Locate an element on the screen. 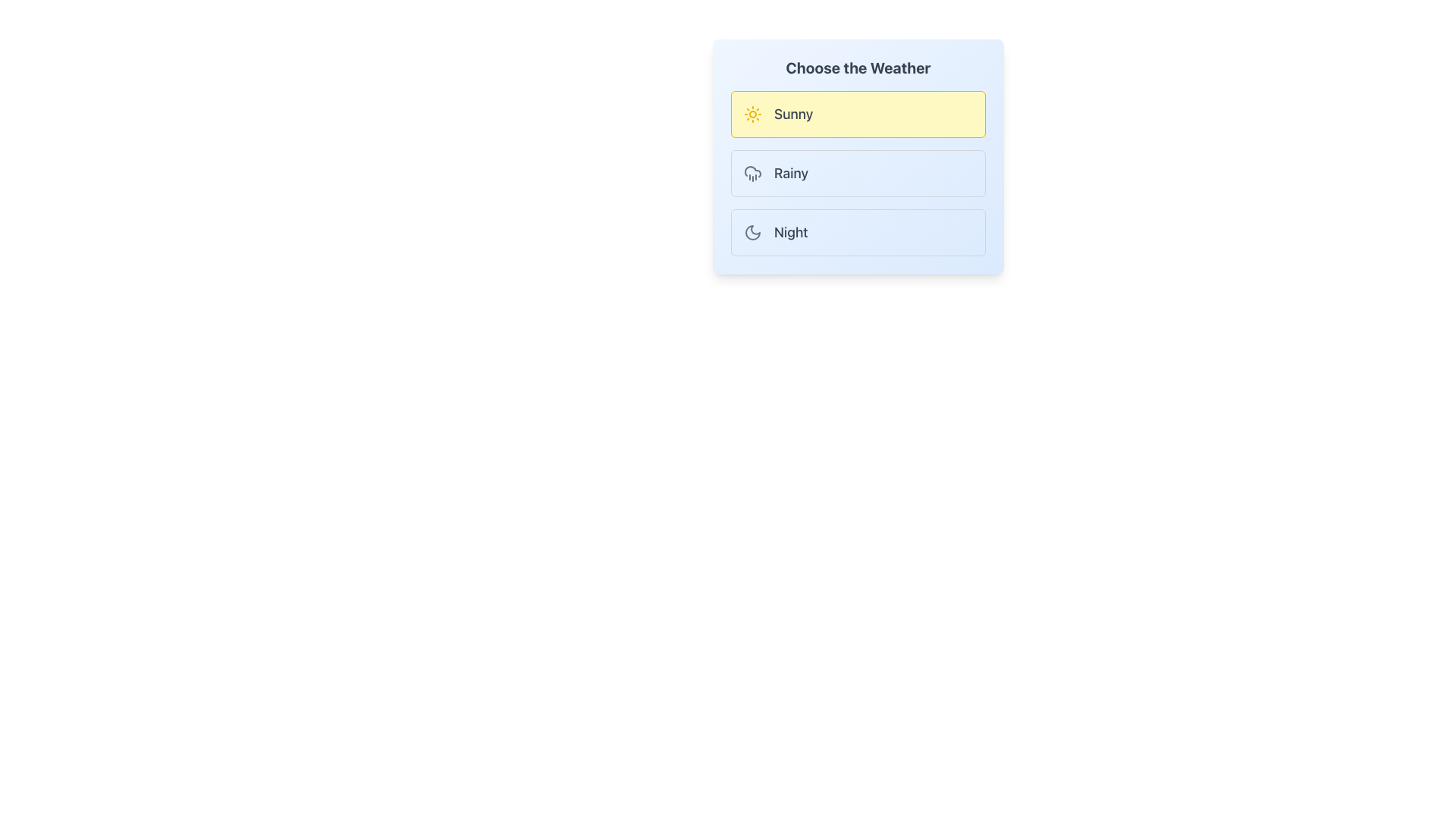 This screenshot has height=819, width=1456. the vertical selection list containing options 'Sunny', 'Rainy', and 'Night' is located at coordinates (858, 172).